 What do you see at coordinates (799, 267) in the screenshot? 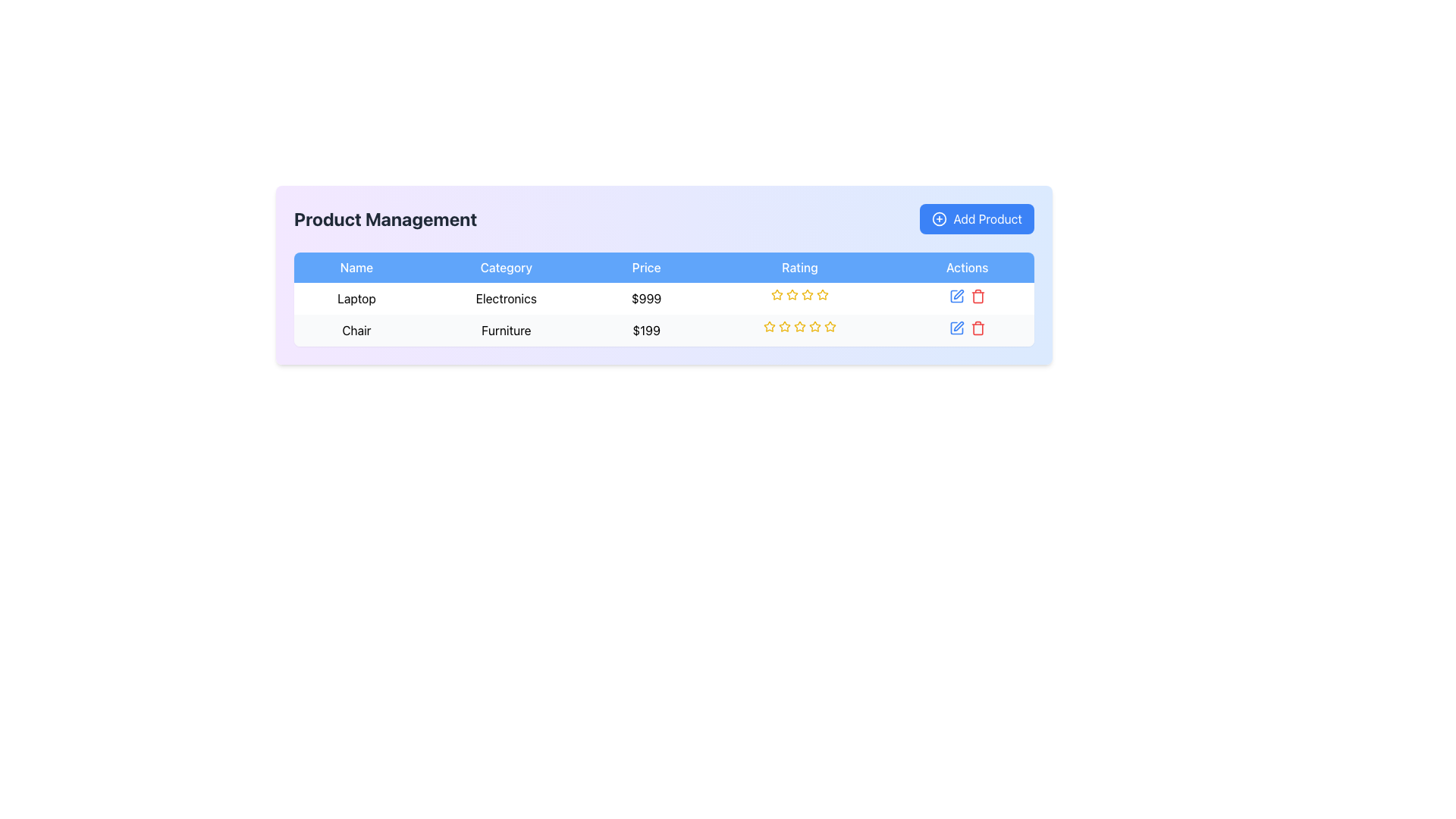
I see `the 'Rating' column header text label, which is the fourth label in the header row of the table, positioned between 'Price' and 'Actions'` at bounding box center [799, 267].